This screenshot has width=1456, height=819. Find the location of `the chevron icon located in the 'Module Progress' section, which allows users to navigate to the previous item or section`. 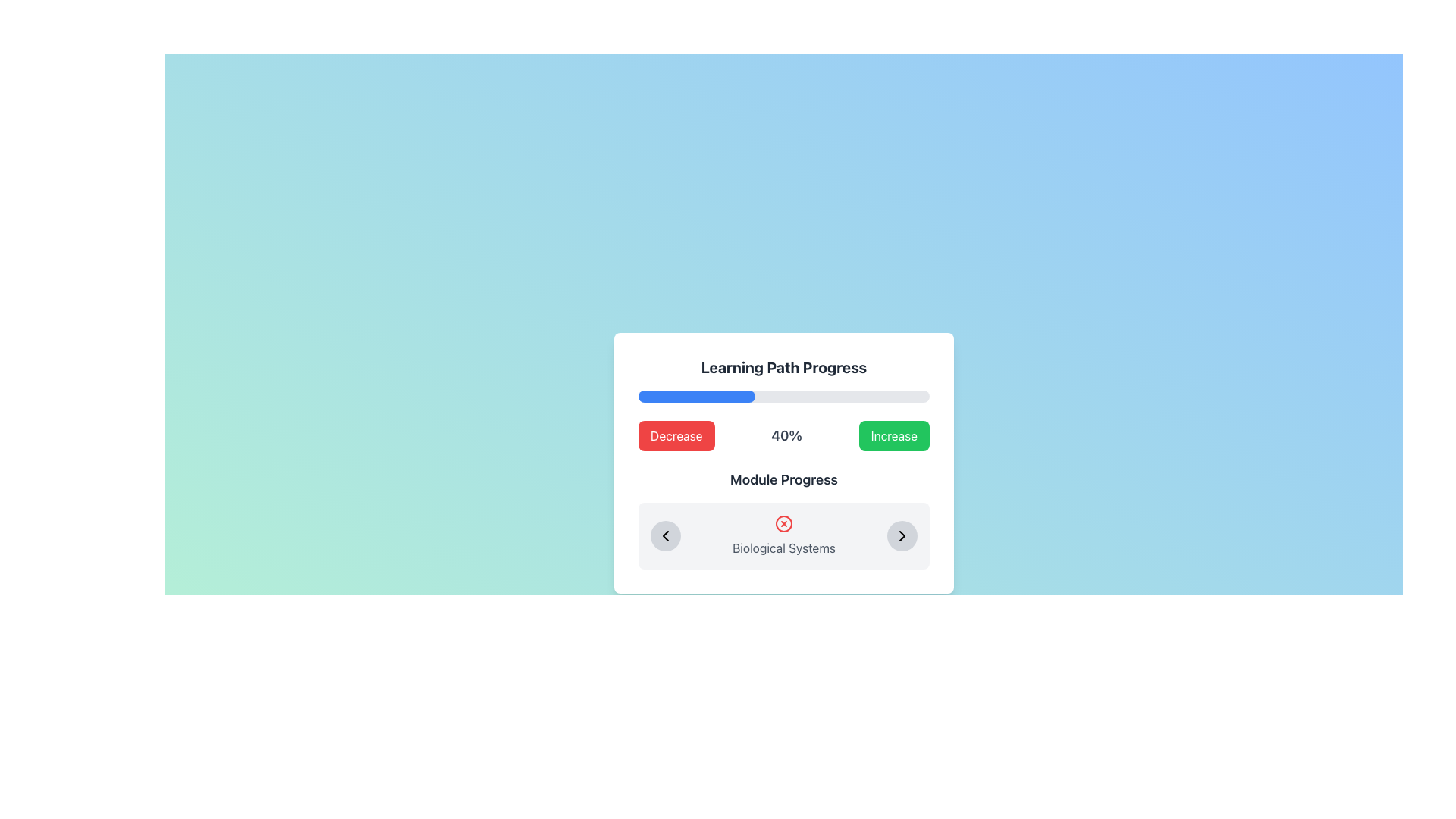

the chevron icon located in the 'Module Progress' section, which allows users to navigate to the previous item or section is located at coordinates (666, 535).